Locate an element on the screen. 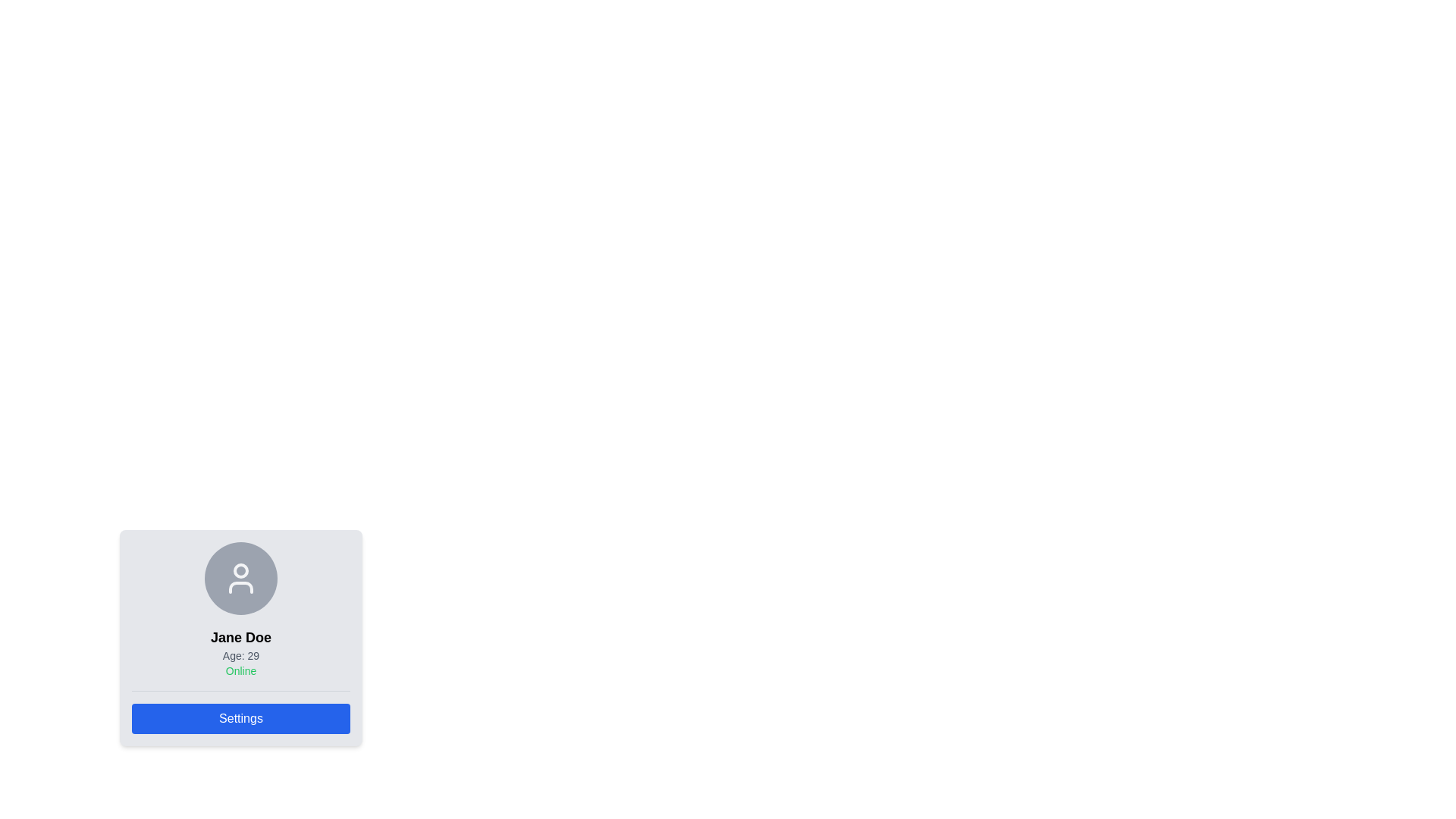  the circular avatar placeholder with a gray background and user icon, located above the text 'Jane Doe', 'Age: 29', and 'Online' is located at coordinates (240, 579).